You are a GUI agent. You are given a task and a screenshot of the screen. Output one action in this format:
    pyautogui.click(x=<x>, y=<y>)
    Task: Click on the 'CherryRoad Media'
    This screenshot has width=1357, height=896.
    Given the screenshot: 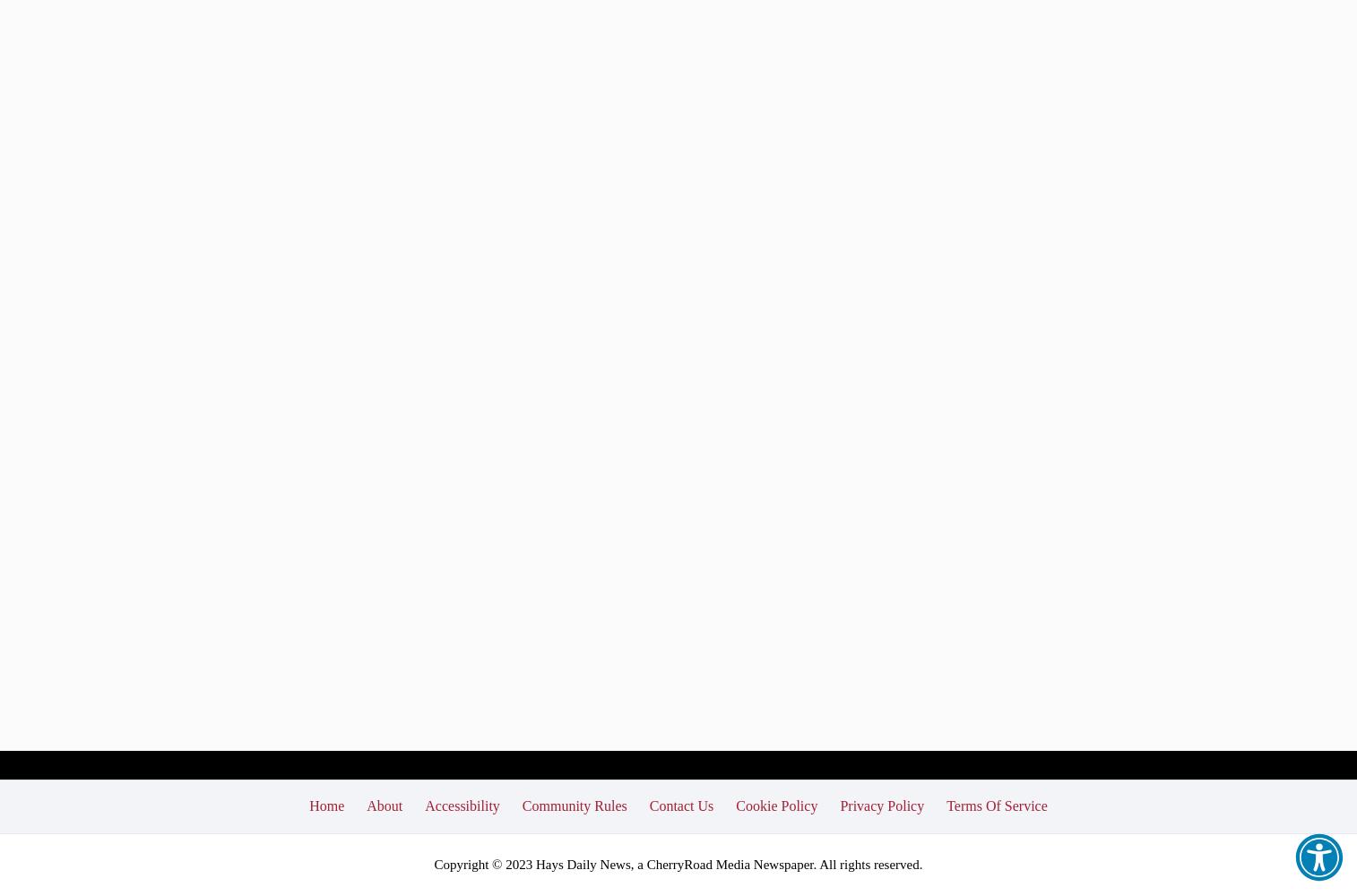 What is the action you would take?
    pyautogui.click(x=696, y=863)
    